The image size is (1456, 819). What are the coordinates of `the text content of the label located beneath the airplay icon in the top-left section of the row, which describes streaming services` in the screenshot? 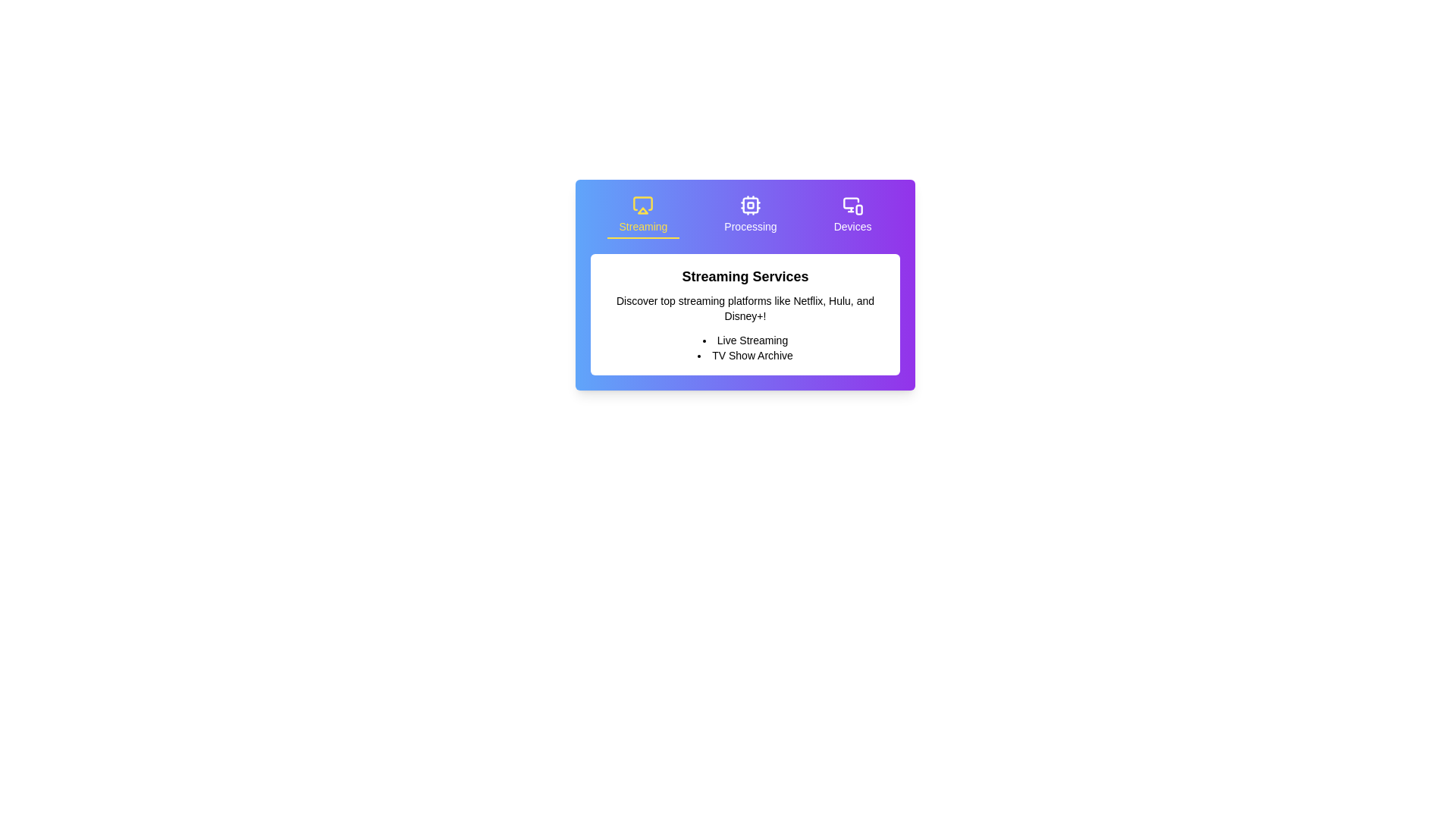 It's located at (643, 227).